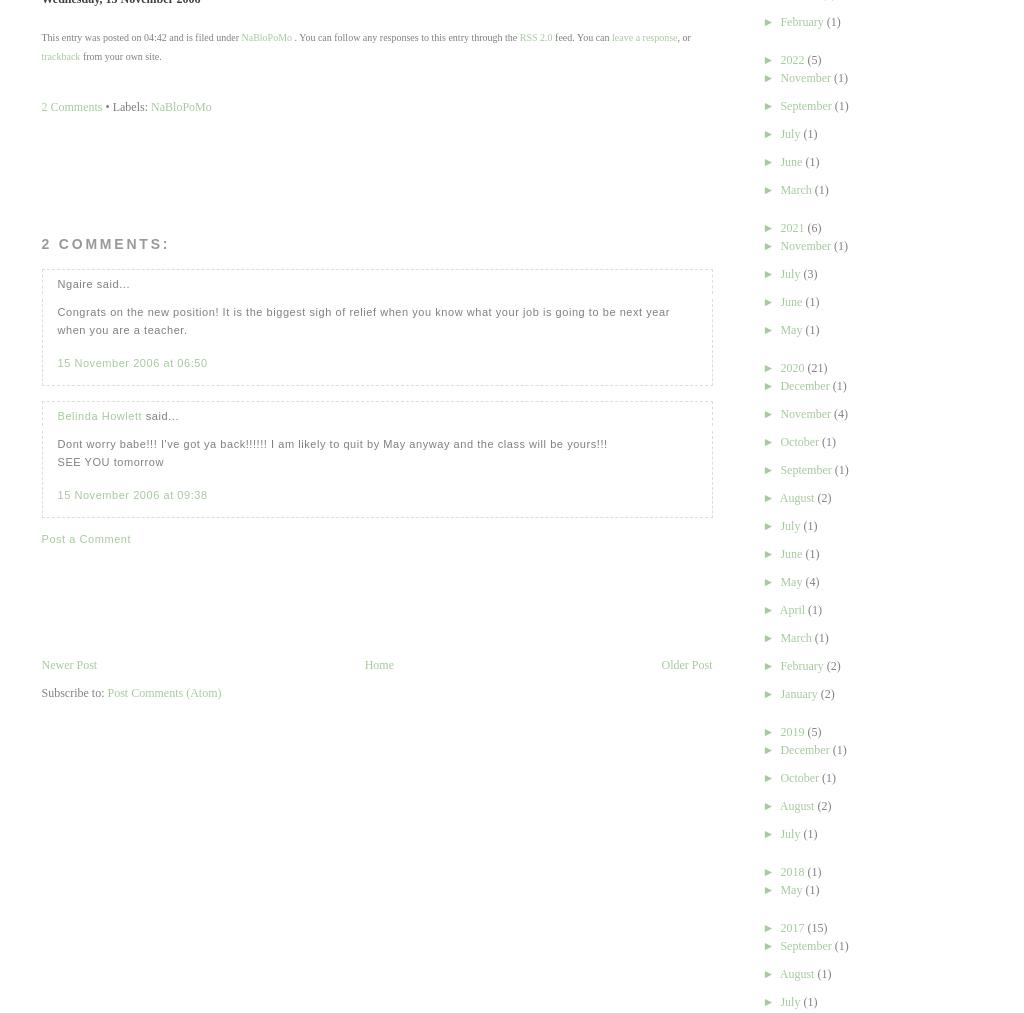 This screenshot has width=1024, height=1013. I want to click on '2017', so click(779, 928).